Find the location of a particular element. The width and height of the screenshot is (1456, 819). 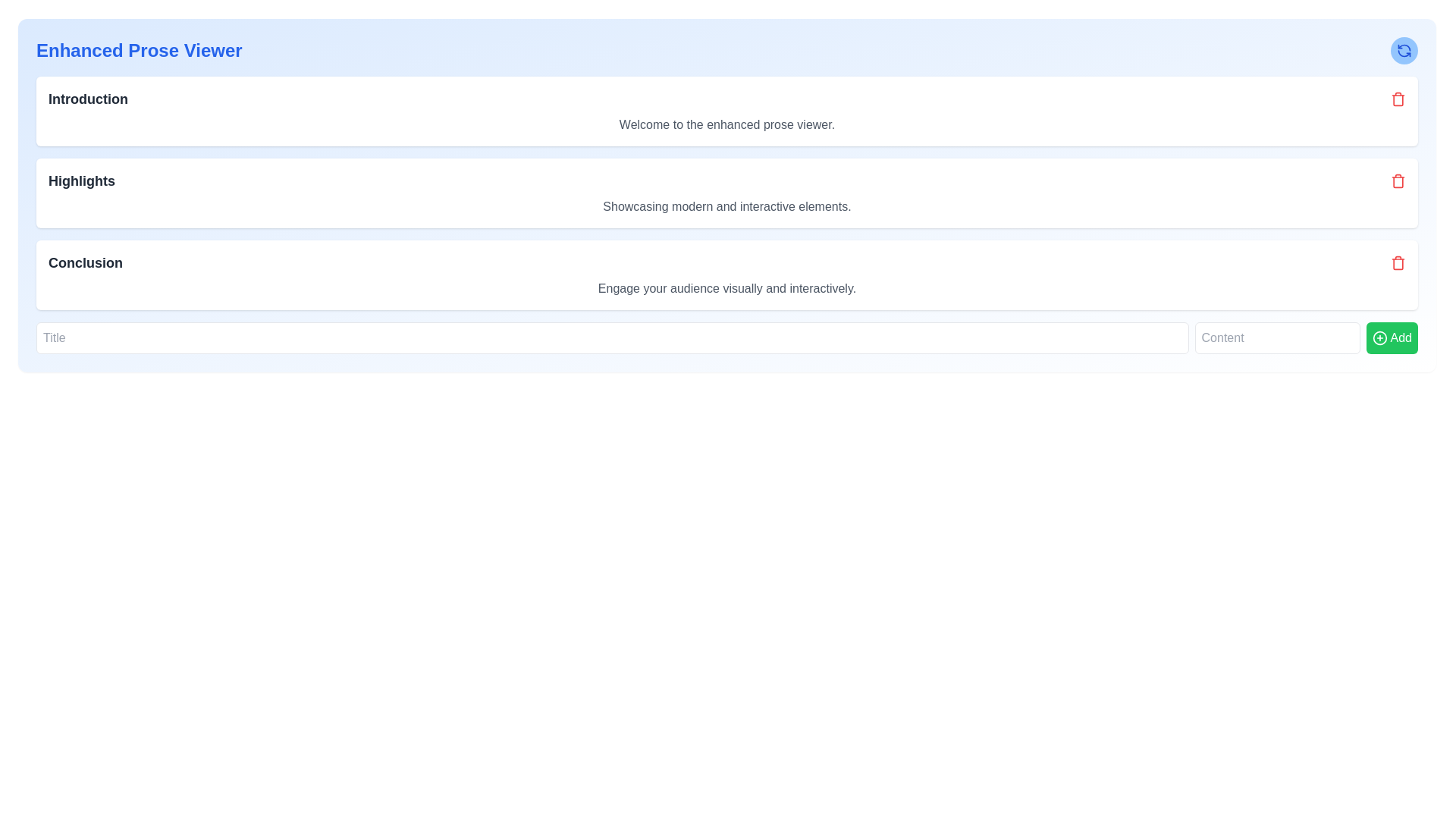

the delete icon button located on the right side of the interface to potentially display a highlight or tooltip is located at coordinates (1397, 180).